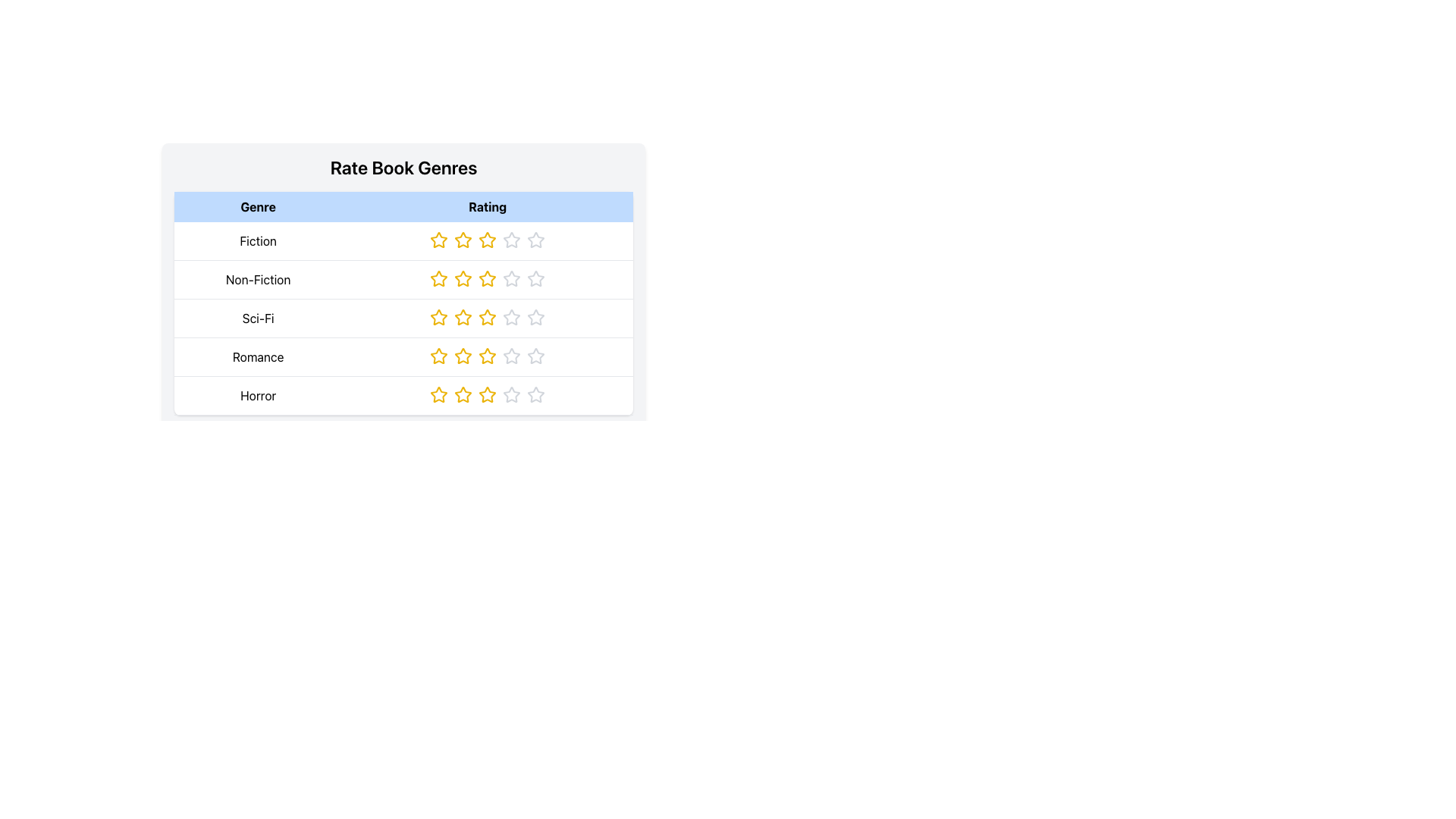 The image size is (1456, 819). I want to click on the fourth star icon from the left in the 'Sci-Fi' rating section of the 'Rate Book Genres' table, so click(512, 316).